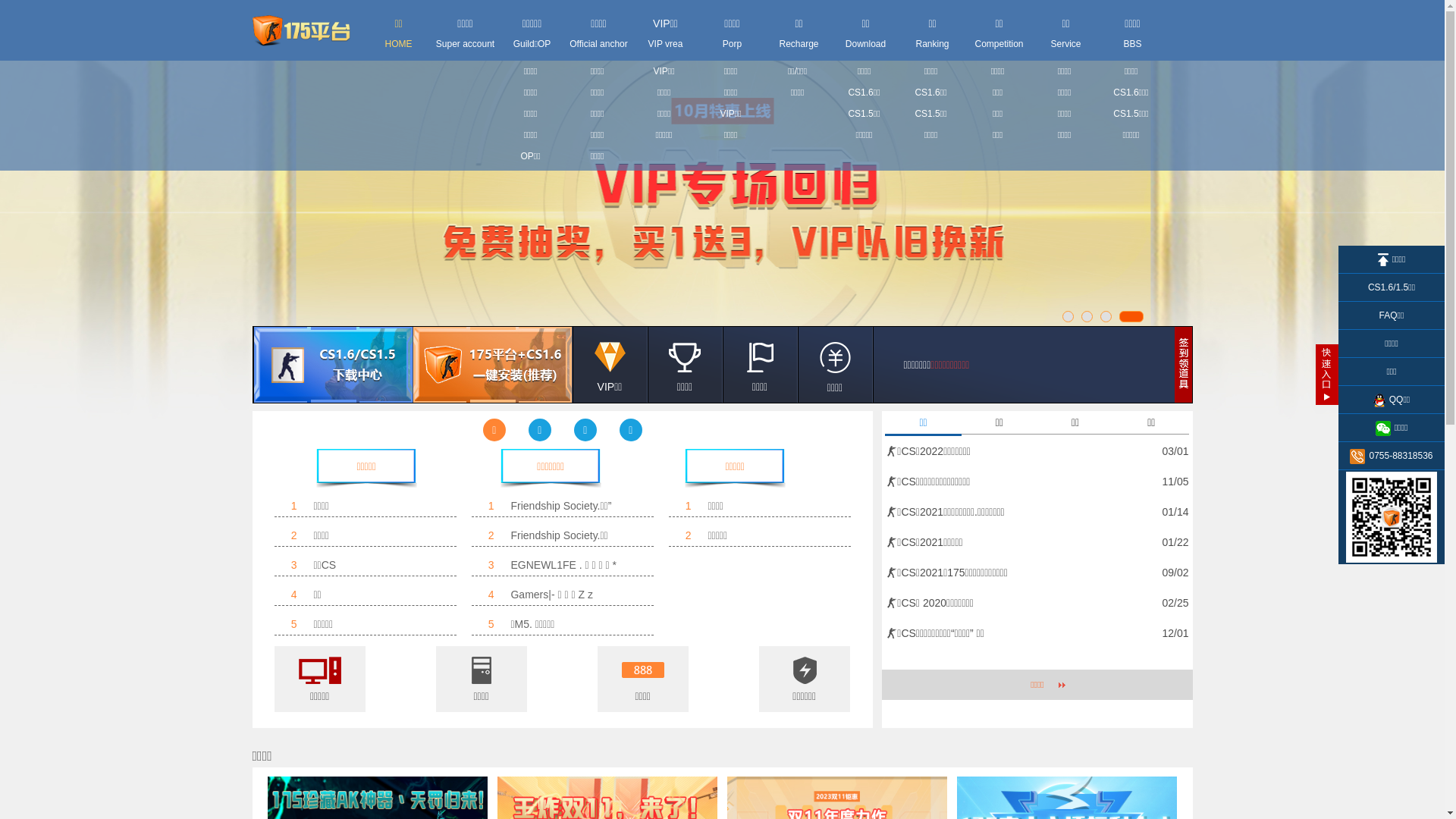  I want to click on '0755-88318536', so click(1391, 455).